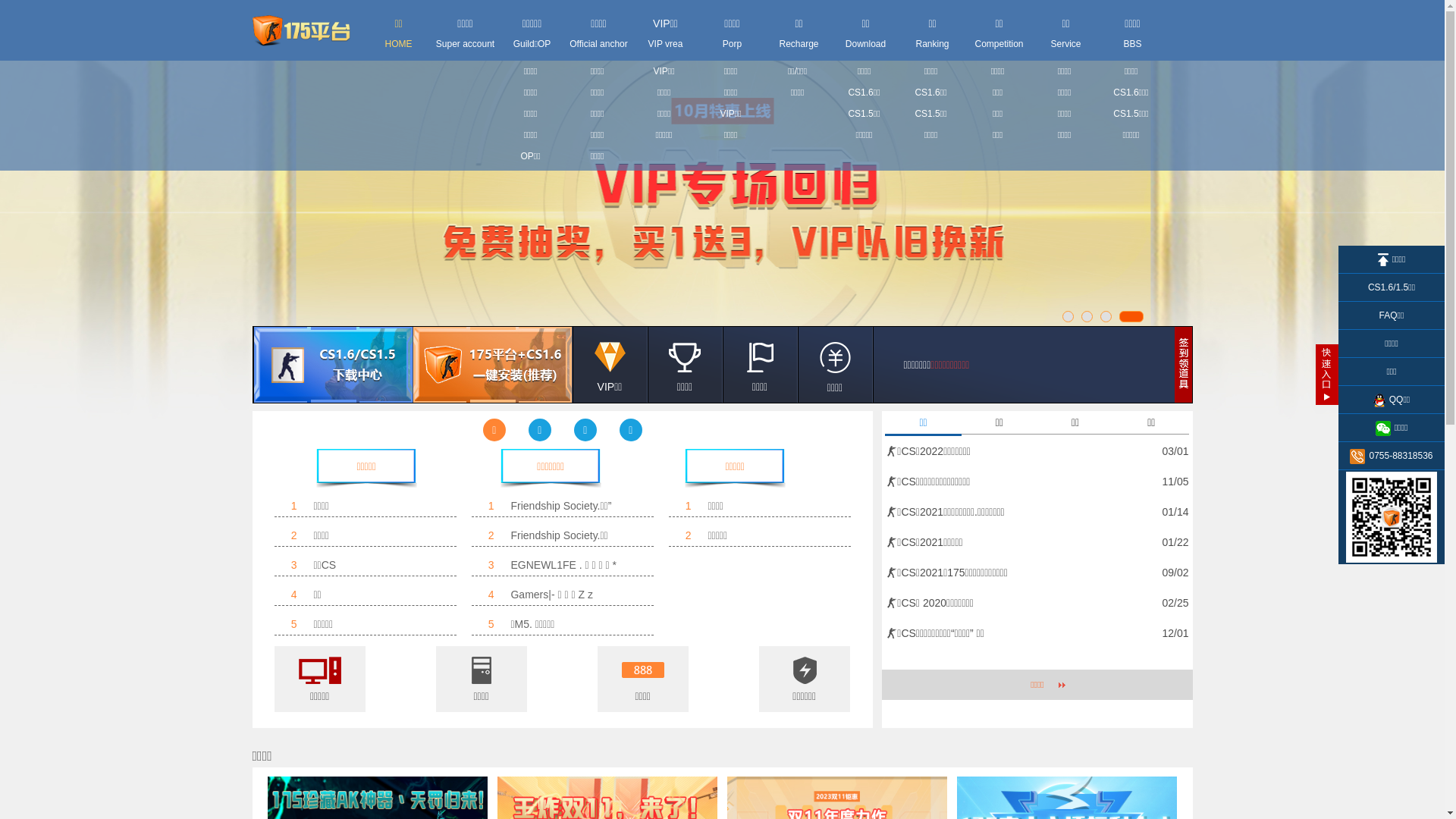  I want to click on '0755-88318536', so click(1391, 455).